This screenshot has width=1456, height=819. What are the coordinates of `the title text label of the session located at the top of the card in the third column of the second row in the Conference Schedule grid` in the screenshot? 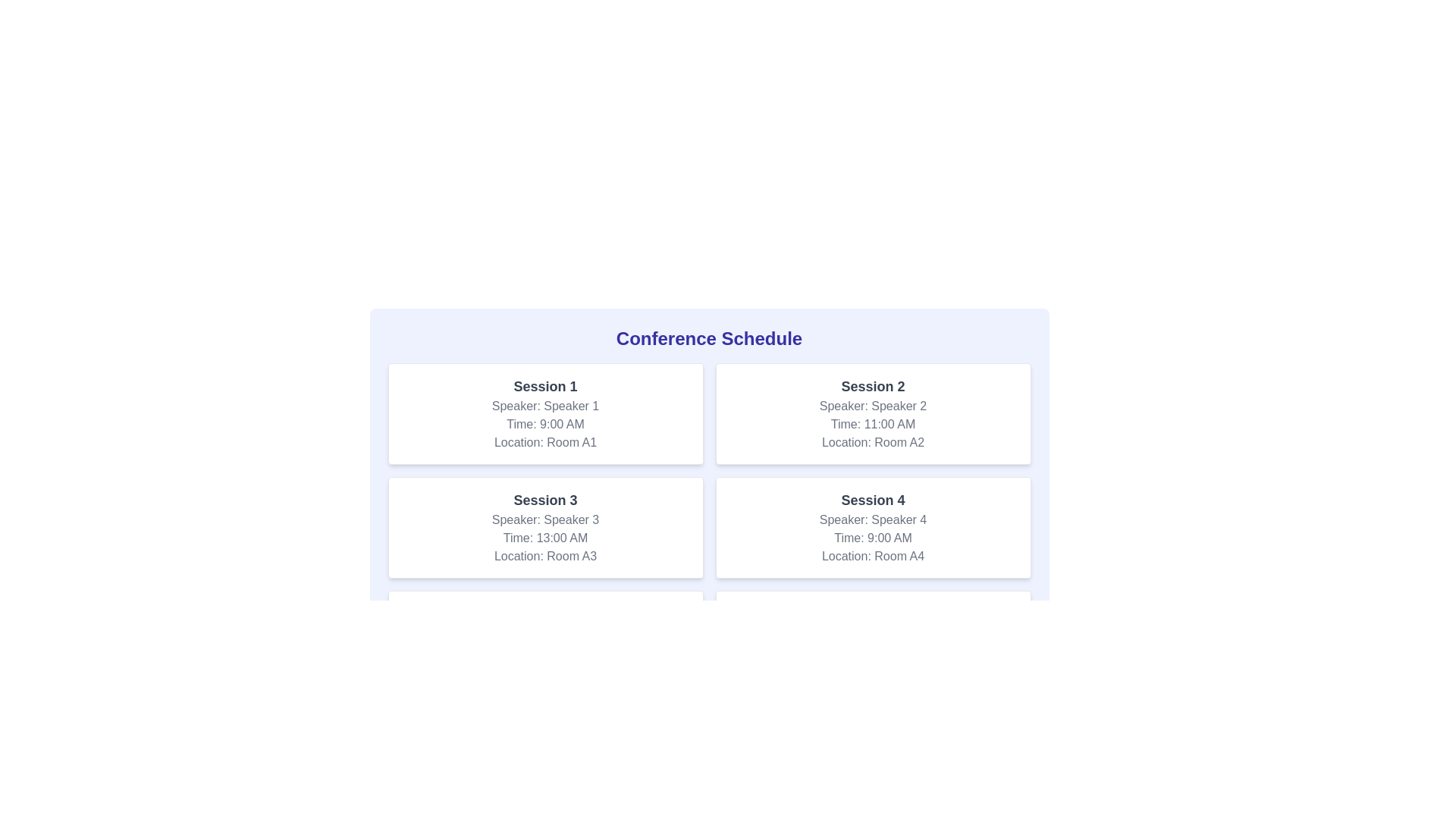 It's located at (545, 500).